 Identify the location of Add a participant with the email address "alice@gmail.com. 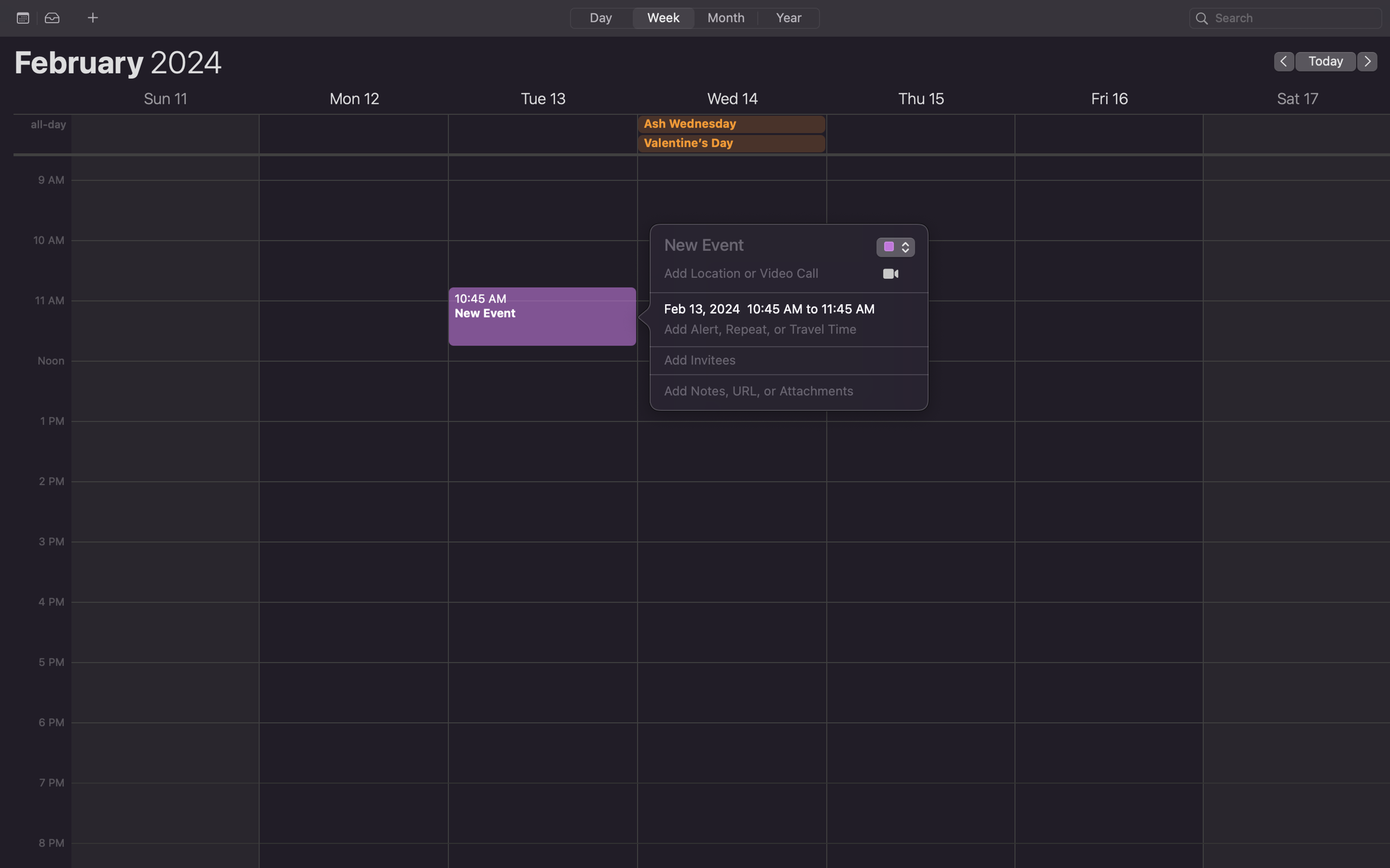
(776, 361).